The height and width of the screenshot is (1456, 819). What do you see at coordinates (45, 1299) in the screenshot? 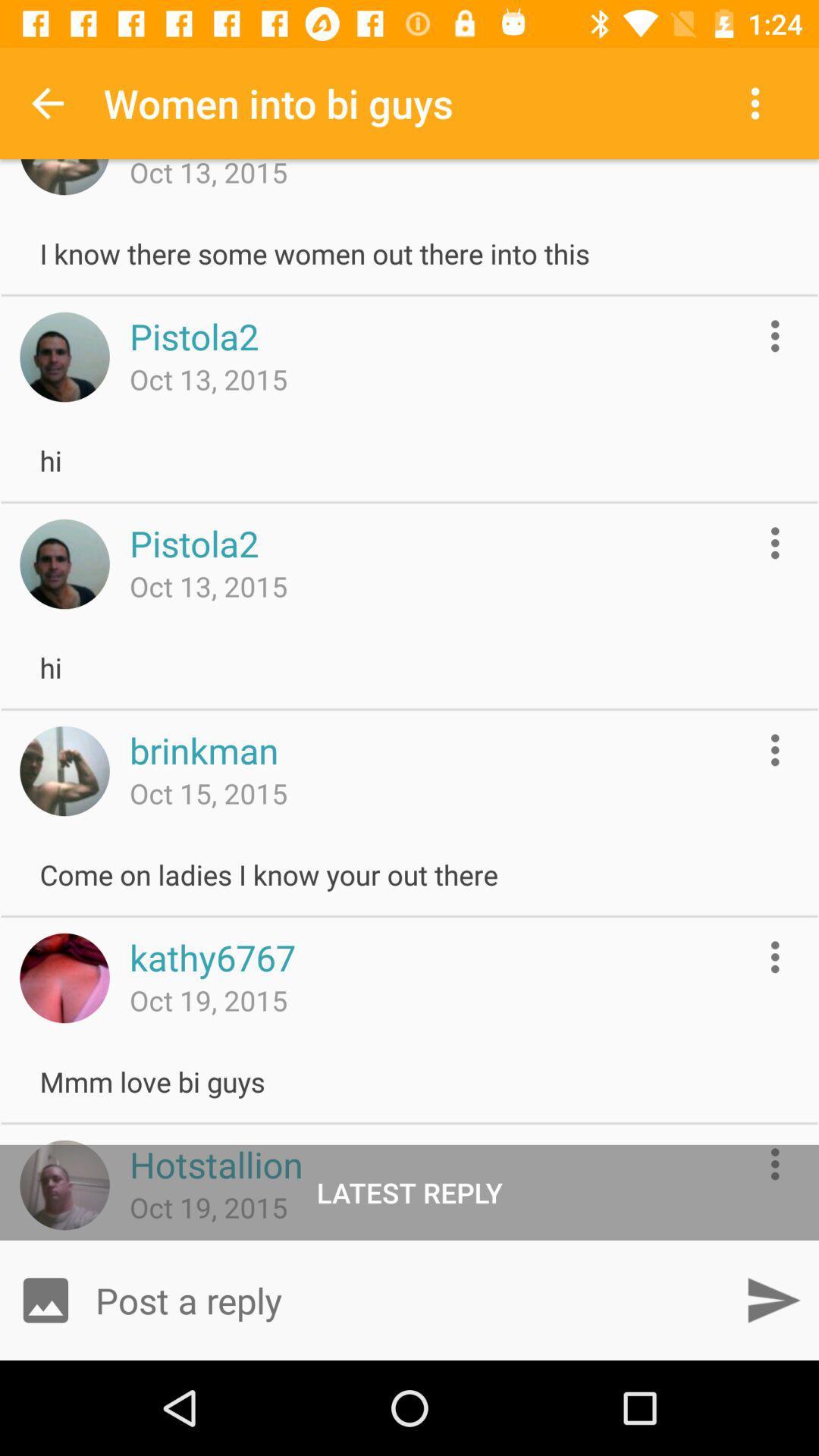
I see `icon below latest reply item` at bounding box center [45, 1299].